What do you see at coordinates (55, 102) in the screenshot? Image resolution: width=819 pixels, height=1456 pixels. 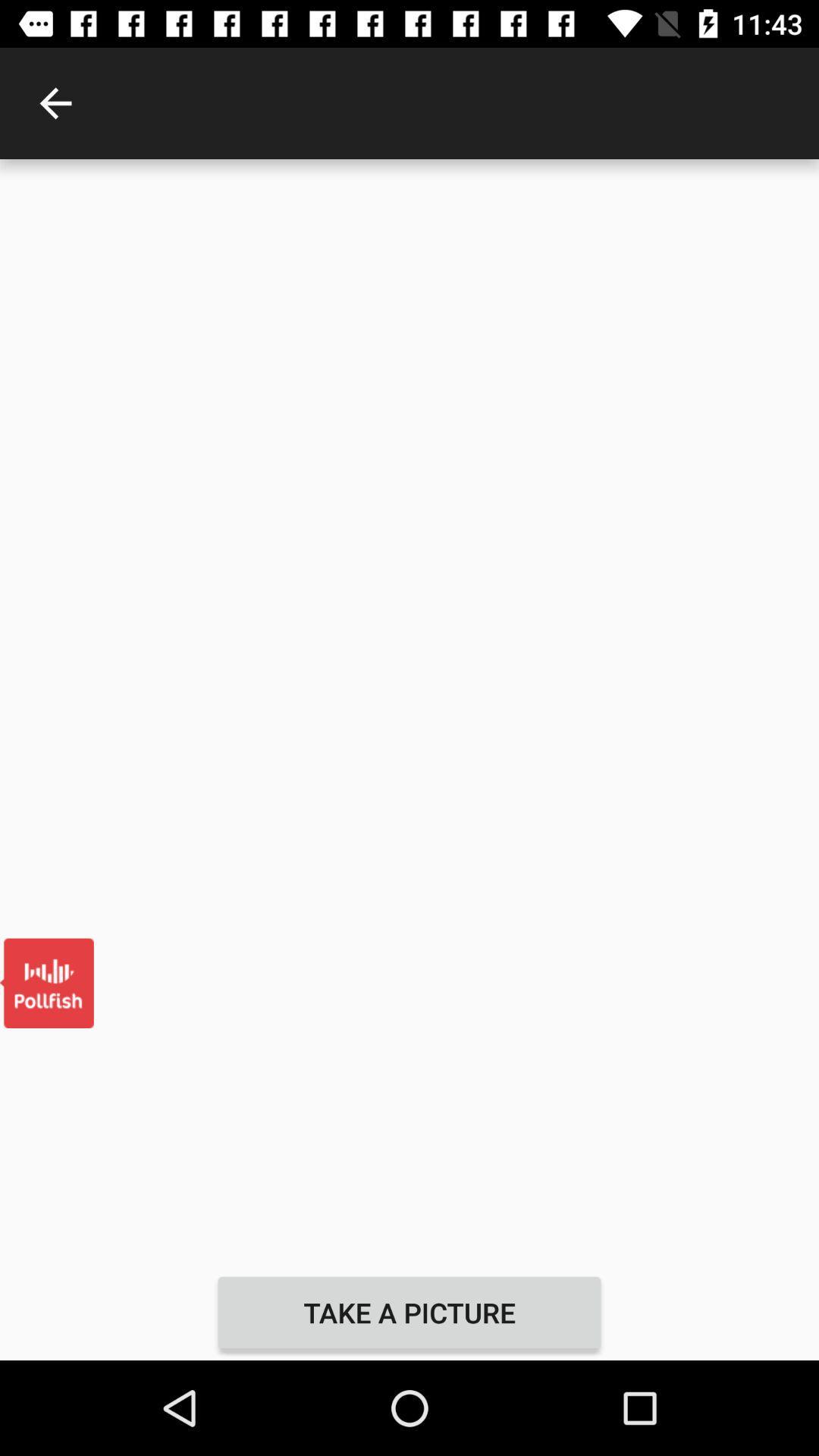 I see `the icon at the top left corner` at bounding box center [55, 102].